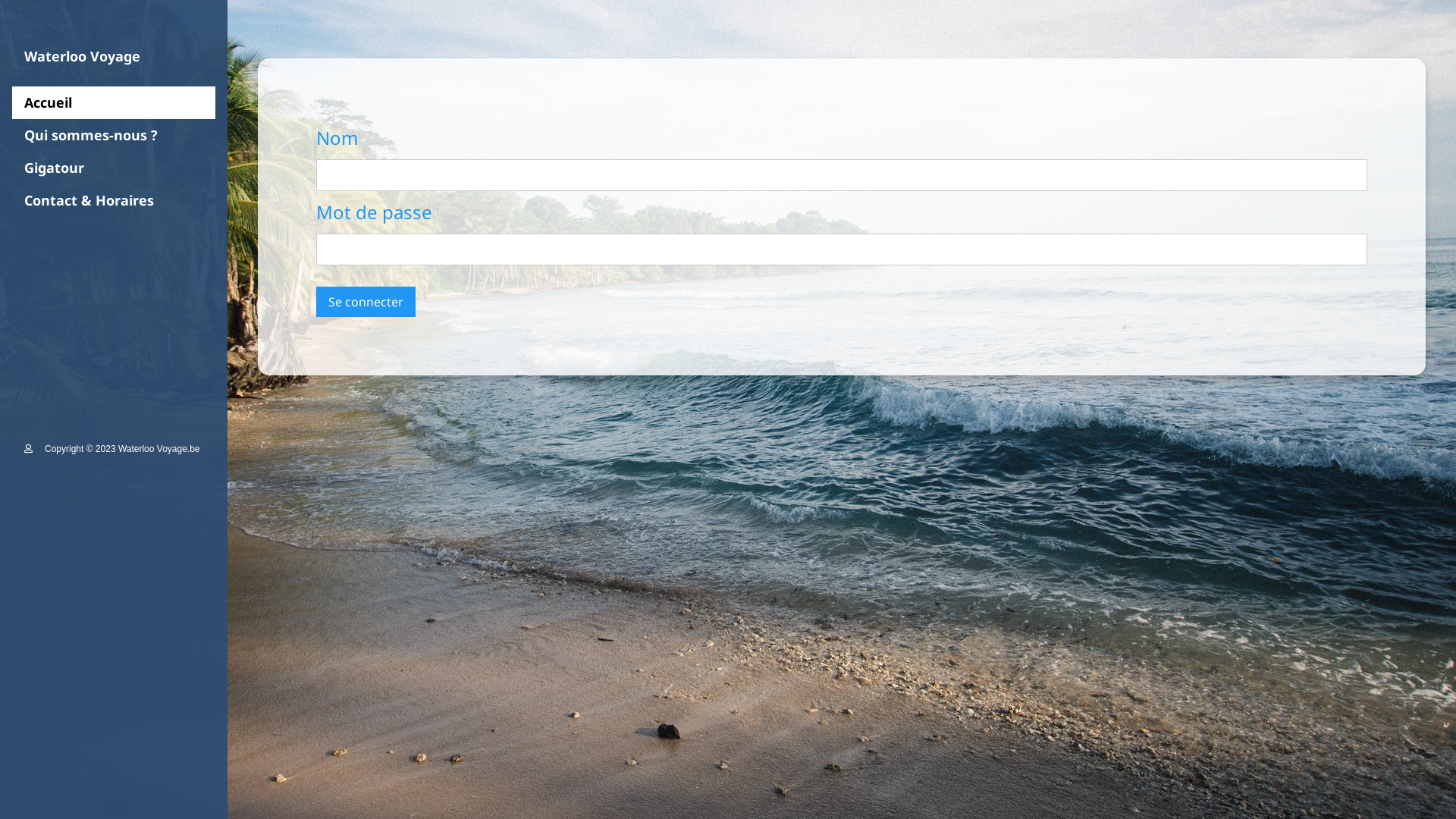  Describe the element at coordinates (11, 134) in the screenshot. I see `'Qui sommes-nous ?'` at that location.